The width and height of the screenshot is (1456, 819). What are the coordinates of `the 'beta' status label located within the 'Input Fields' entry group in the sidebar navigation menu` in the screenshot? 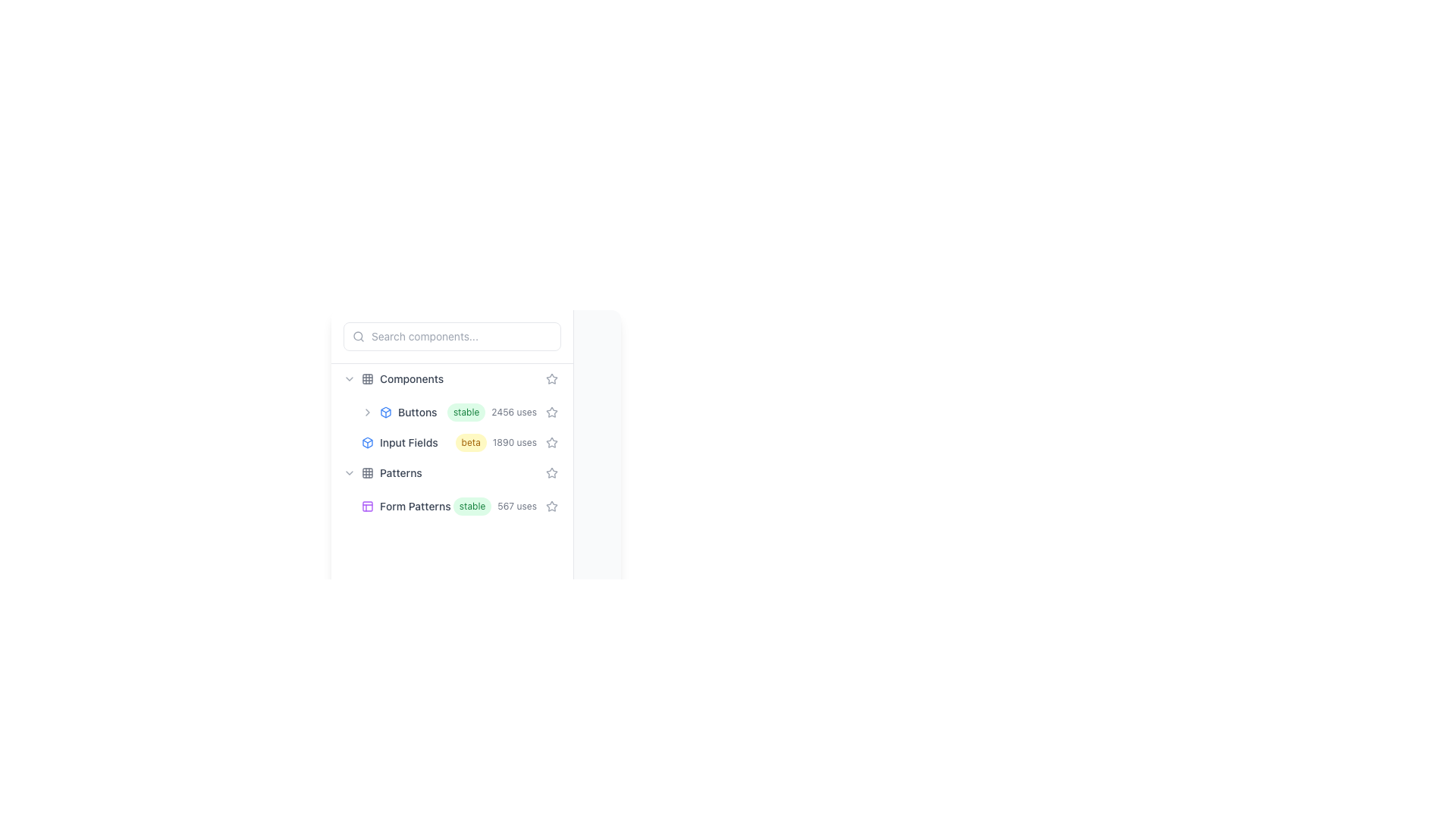 It's located at (470, 442).